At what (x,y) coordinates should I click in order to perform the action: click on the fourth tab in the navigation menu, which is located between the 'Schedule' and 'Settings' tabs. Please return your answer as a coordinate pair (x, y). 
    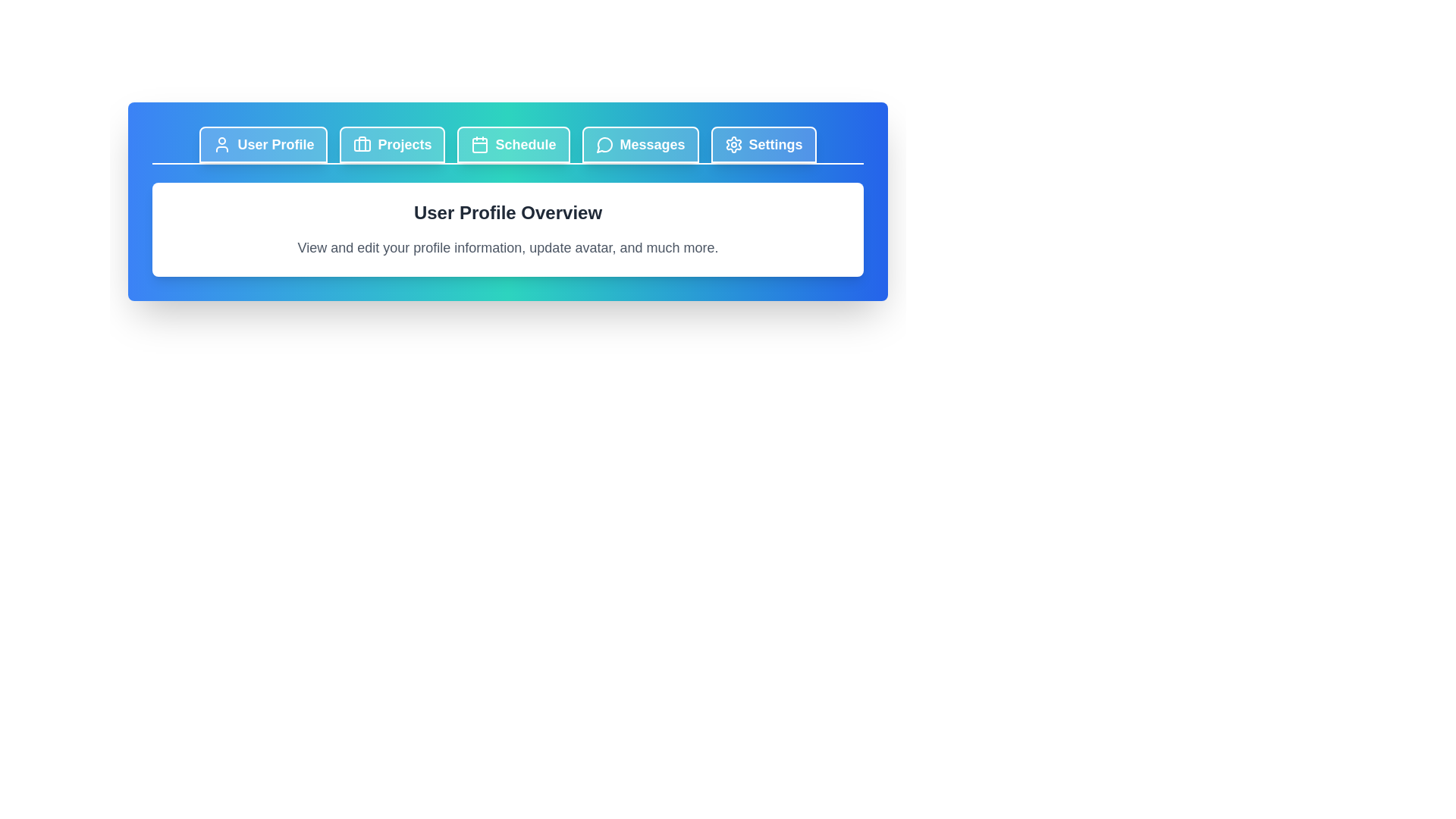
    Looking at the image, I should click on (640, 145).